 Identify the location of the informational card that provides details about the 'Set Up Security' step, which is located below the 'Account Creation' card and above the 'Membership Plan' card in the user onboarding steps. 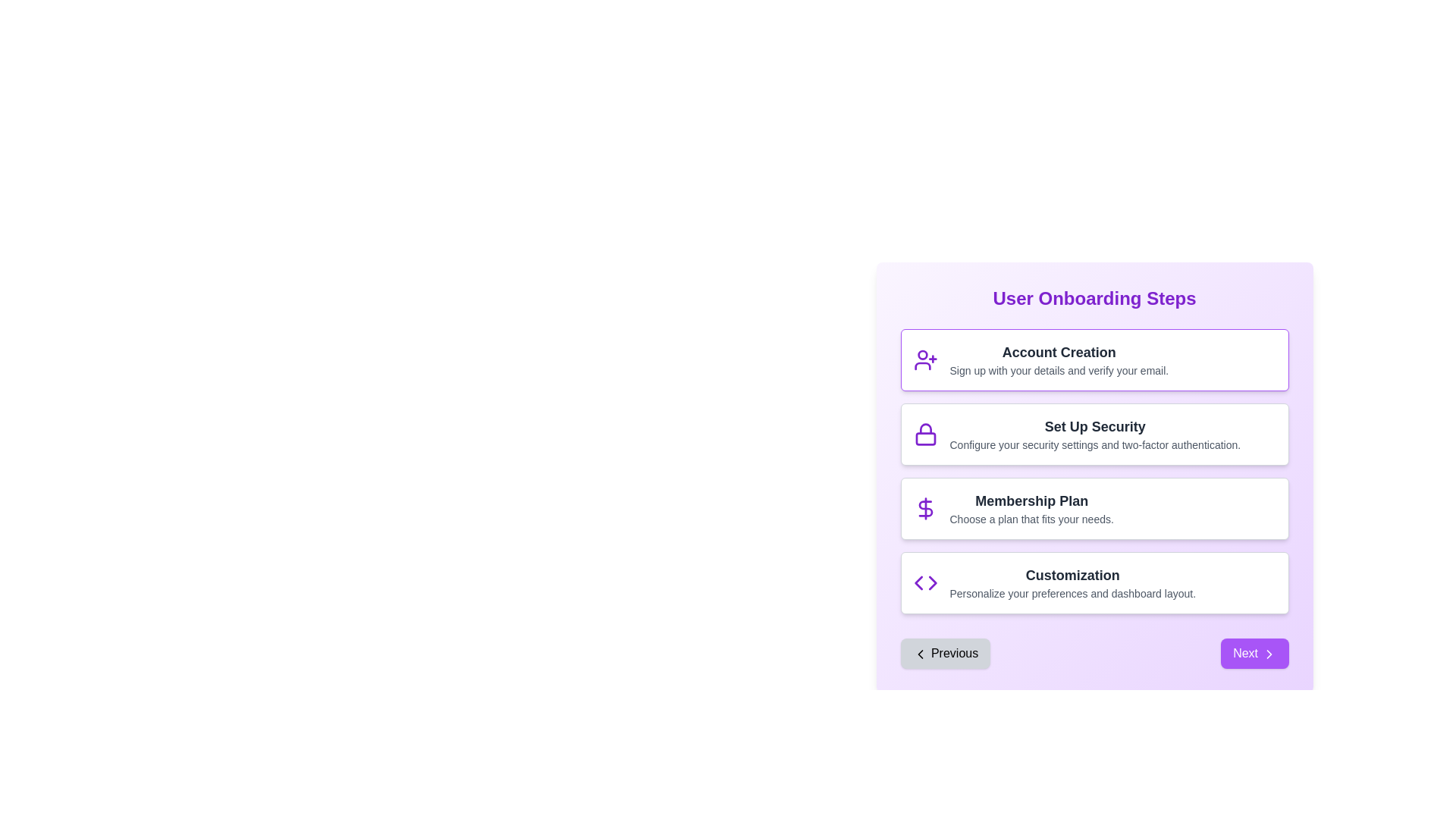
(1095, 435).